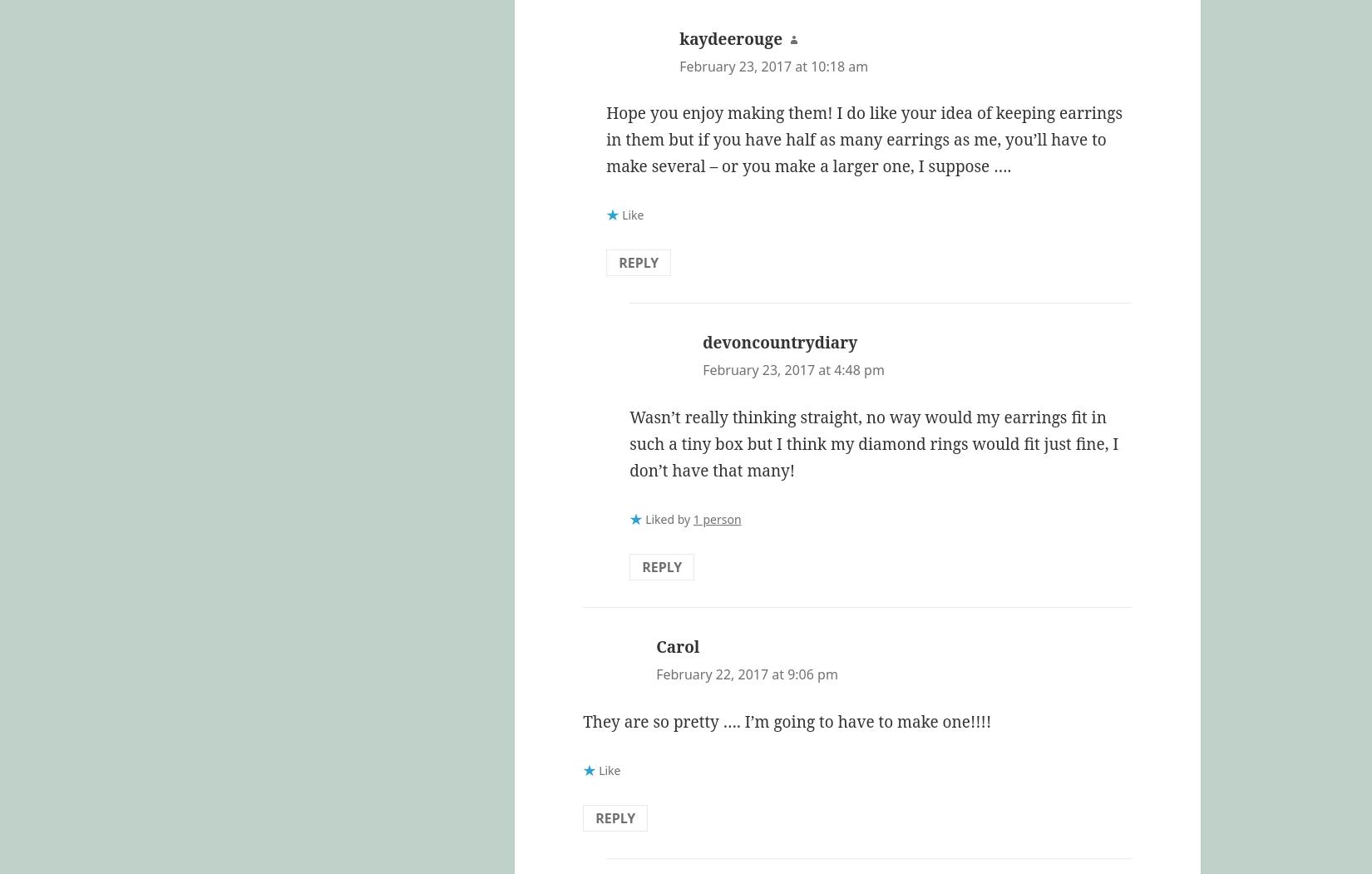 The height and width of the screenshot is (874, 1372). Describe the element at coordinates (787, 719) in the screenshot. I see `'They are so pretty …. I’m going to have to make one!!!!'` at that location.